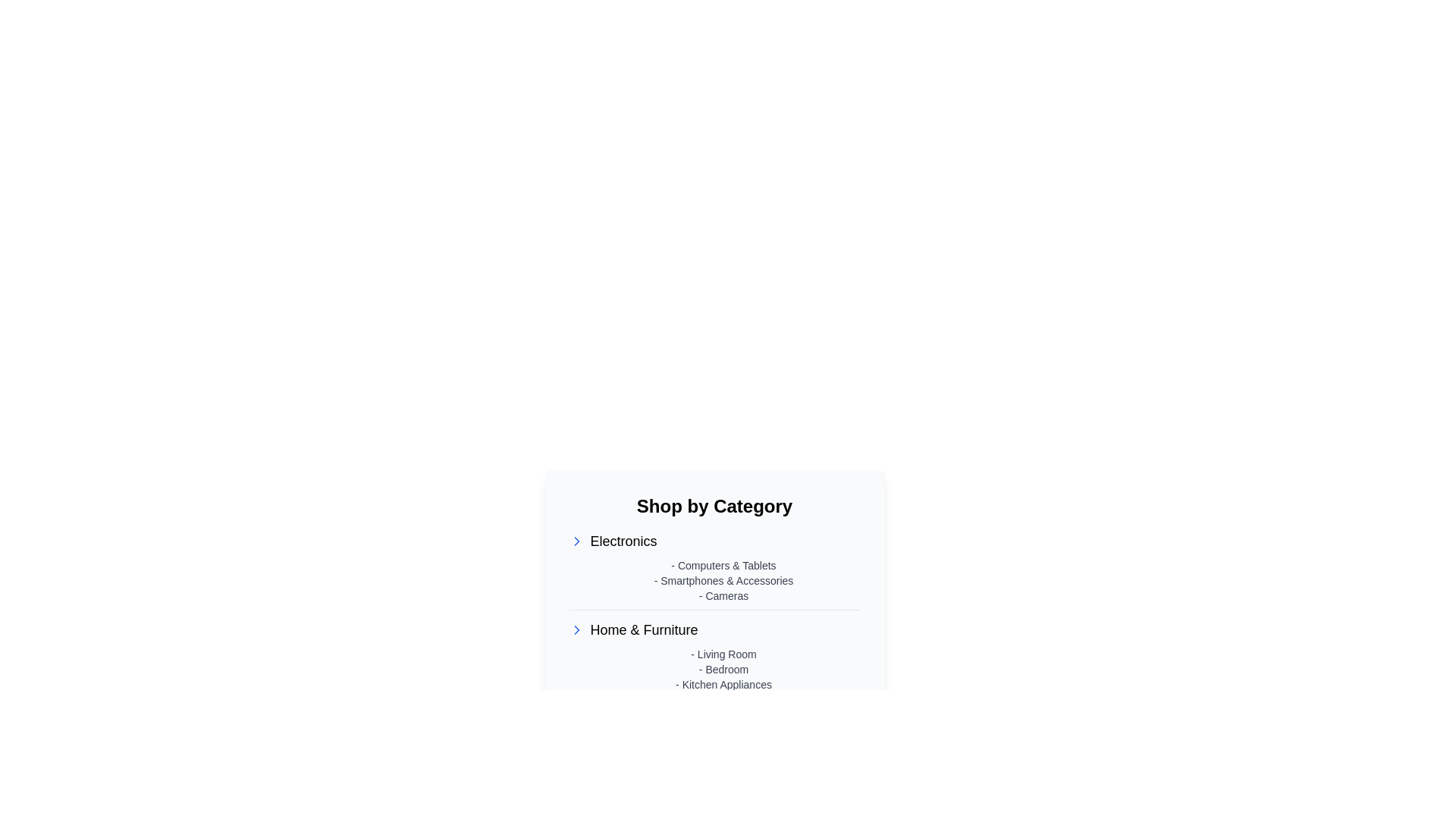  I want to click on the chevron icon located to the left of the 'Home & Furniture' text, so click(576, 629).